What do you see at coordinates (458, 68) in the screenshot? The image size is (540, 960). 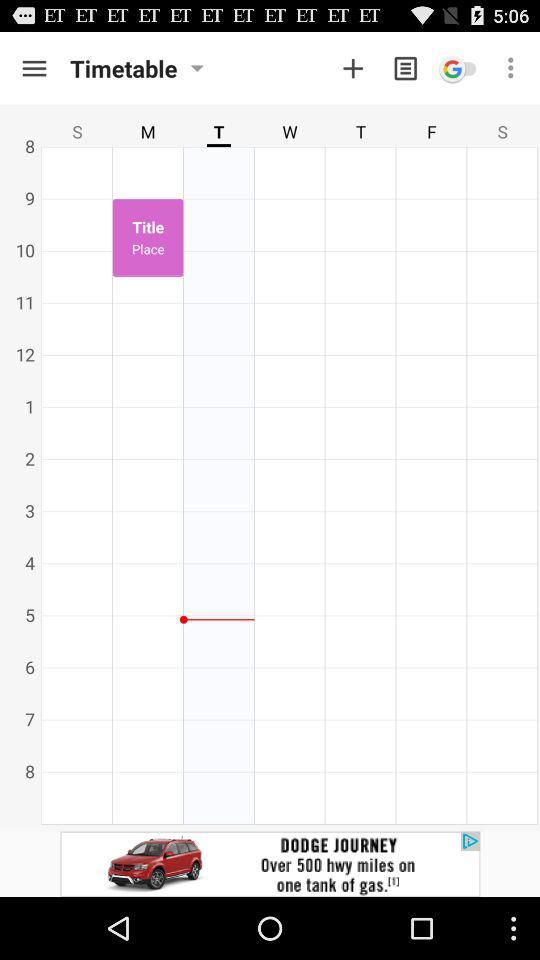 I see `icon` at bounding box center [458, 68].